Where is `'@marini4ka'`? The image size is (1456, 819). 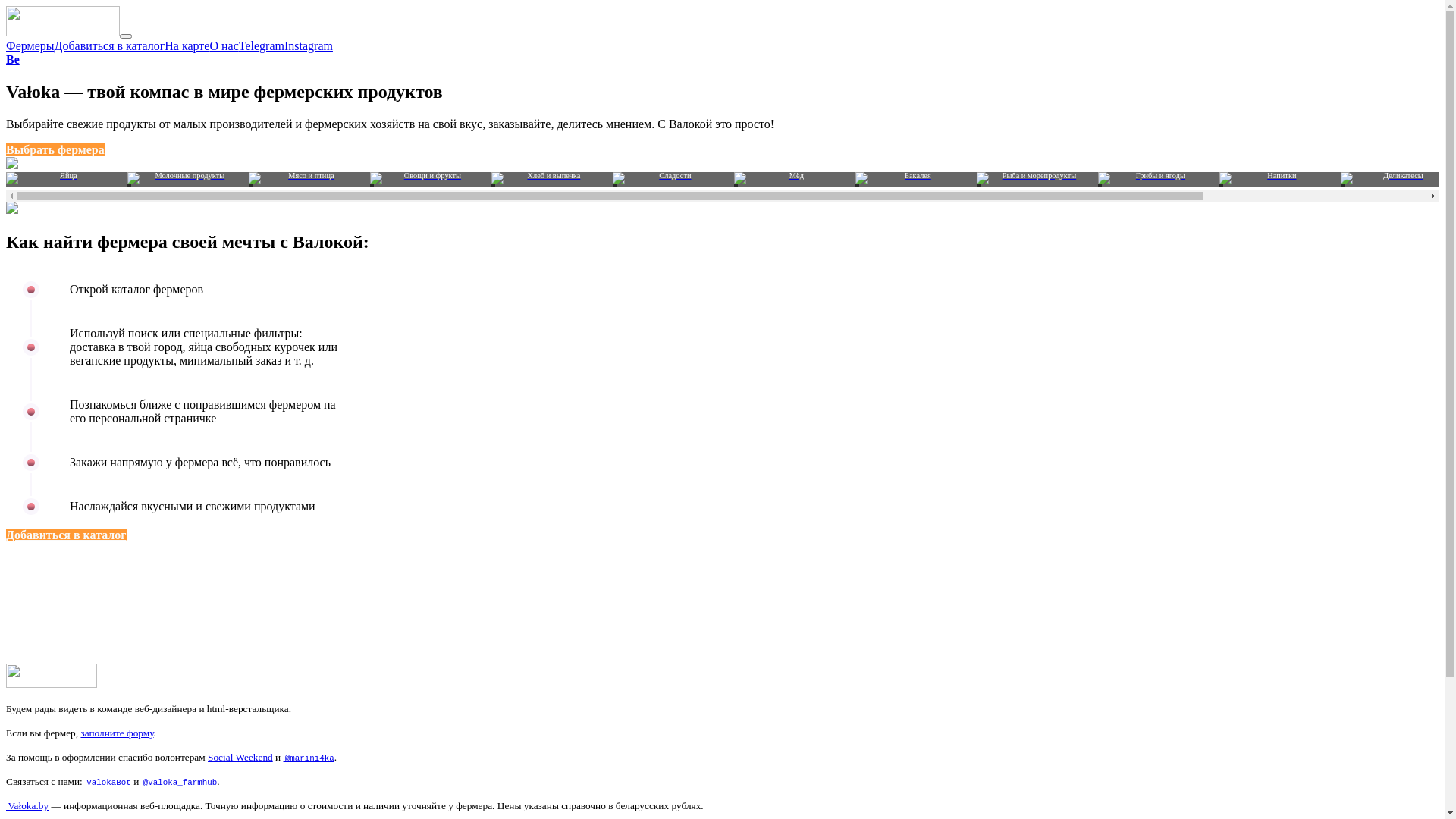
'@marini4ka' is located at coordinates (308, 757).